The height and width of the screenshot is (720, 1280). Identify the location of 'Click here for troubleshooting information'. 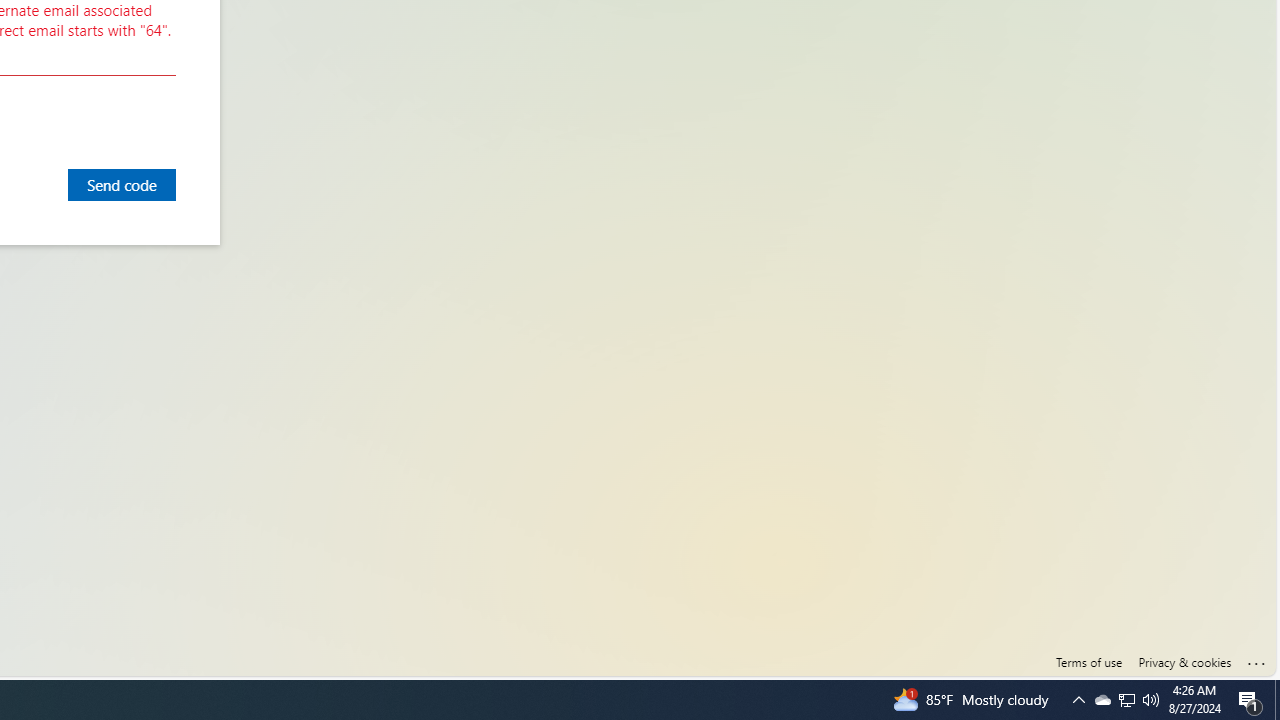
(1256, 659).